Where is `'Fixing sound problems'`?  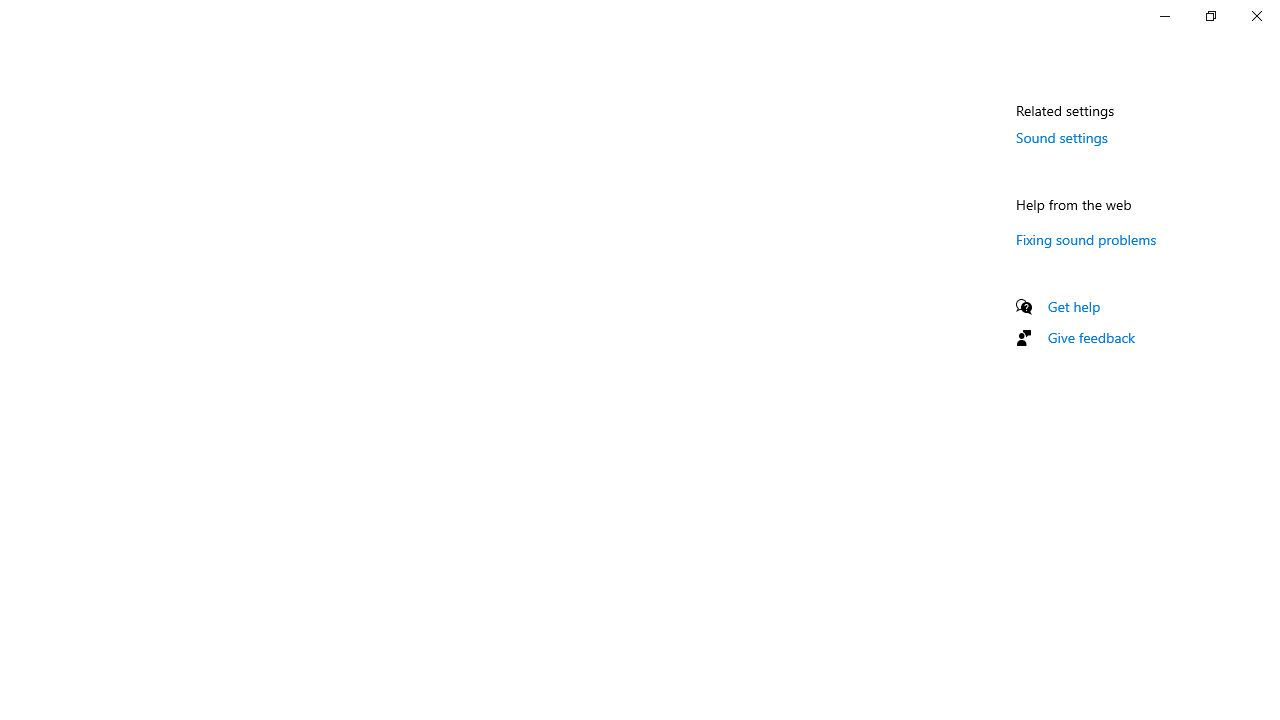
'Fixing sound problems' is located at coordinates (1085, 238).